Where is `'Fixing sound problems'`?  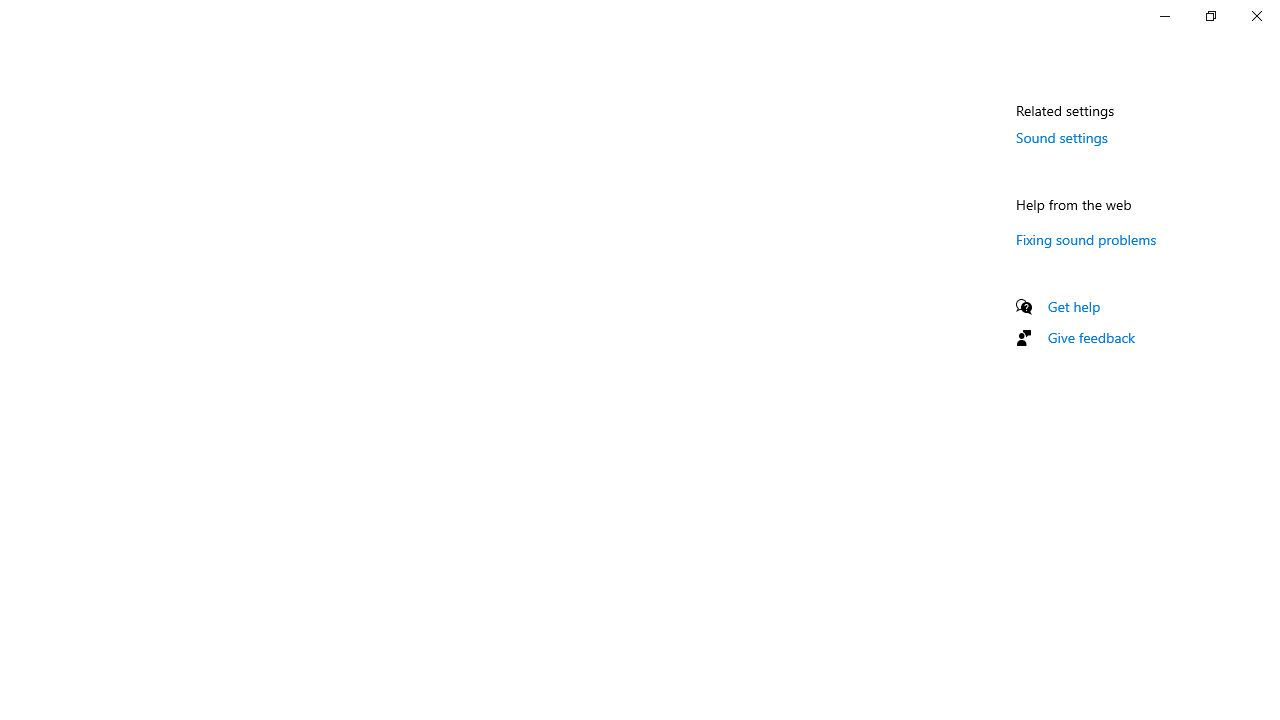
'Fixing sound problems' is located at coordinates (1085, 238).